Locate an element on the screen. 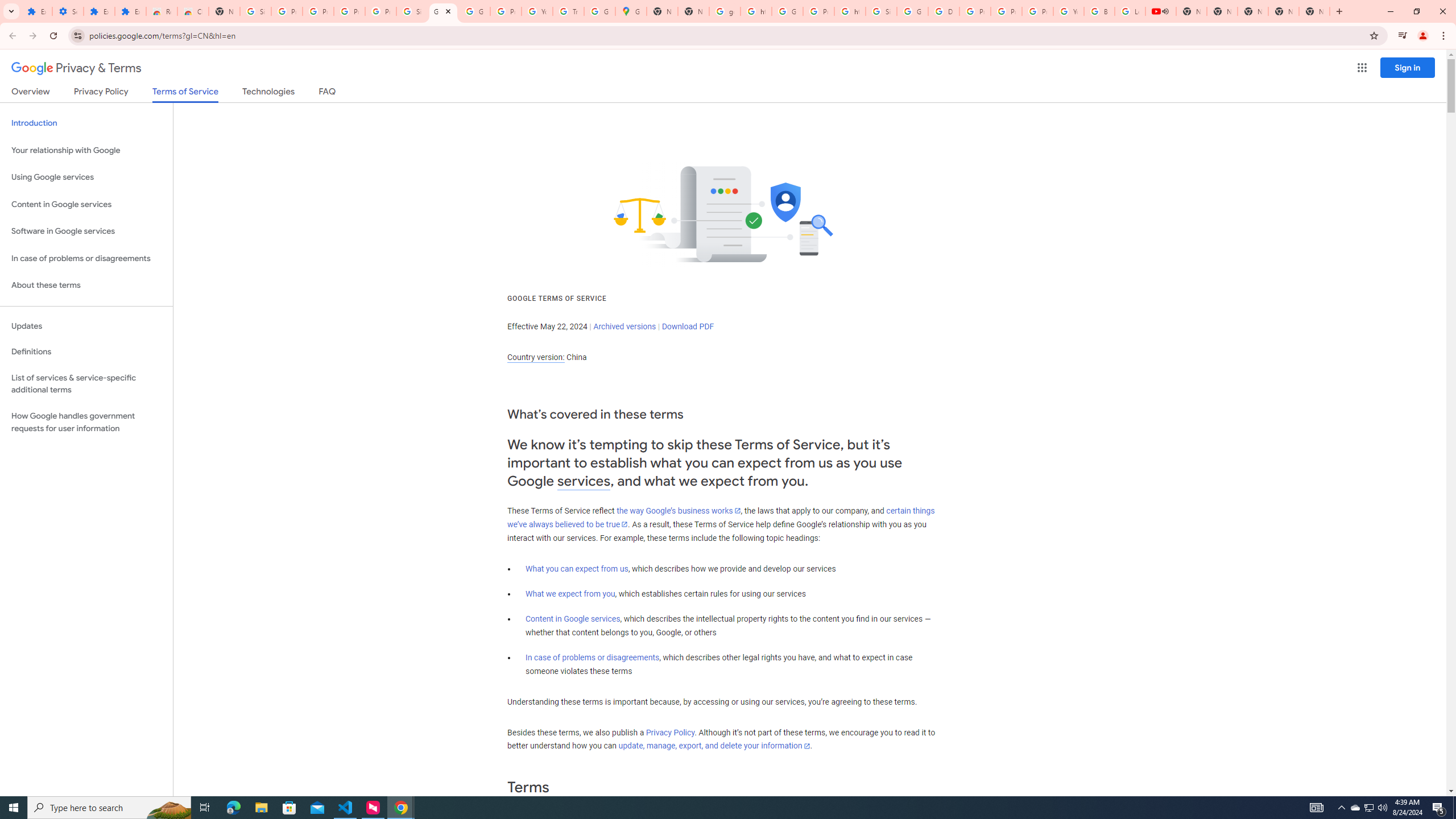  'Extensions' is located at coordinates (99, 11).